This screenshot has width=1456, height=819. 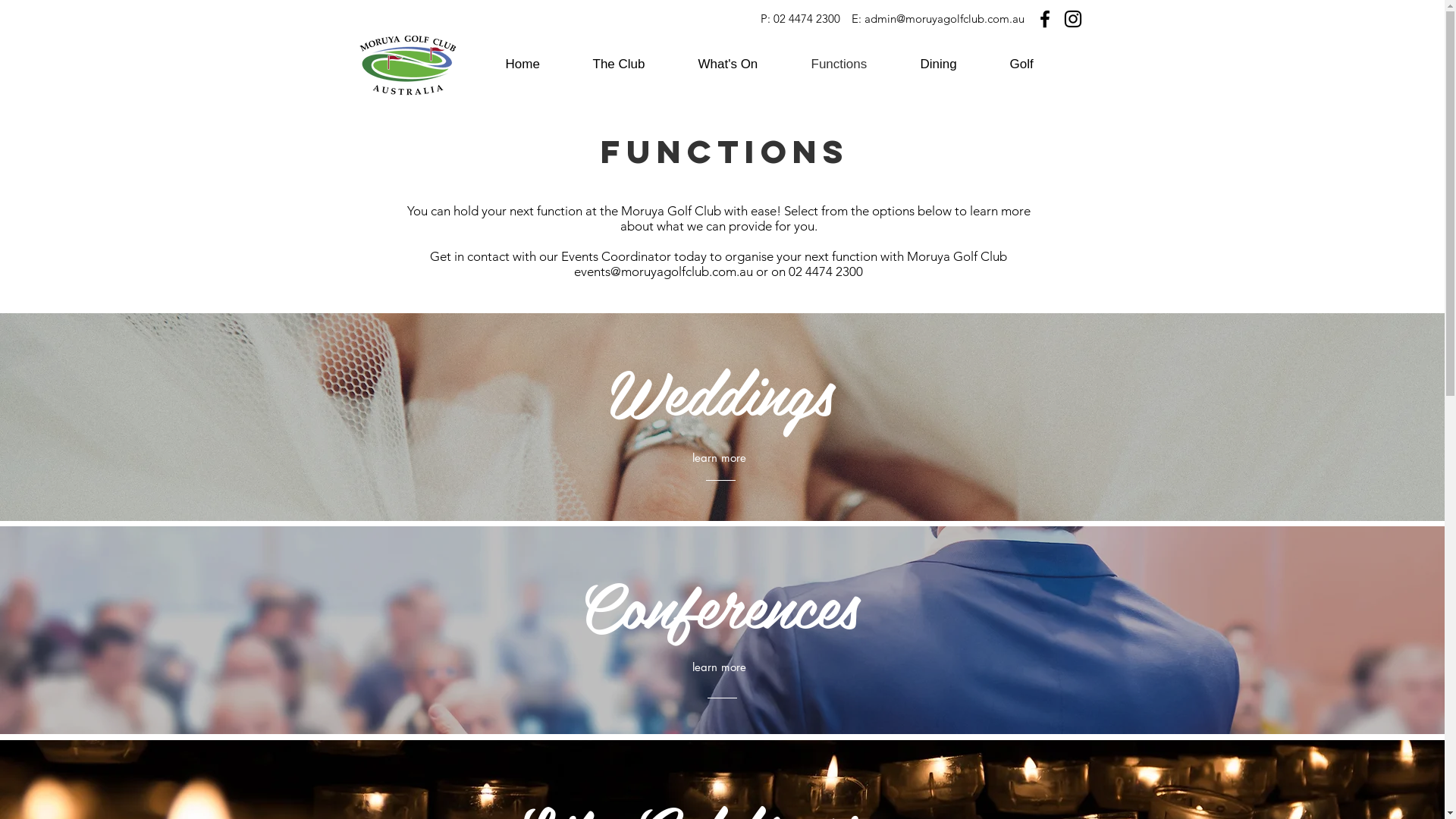 I want to click on 'Weddings', so click(x=720, y=394).